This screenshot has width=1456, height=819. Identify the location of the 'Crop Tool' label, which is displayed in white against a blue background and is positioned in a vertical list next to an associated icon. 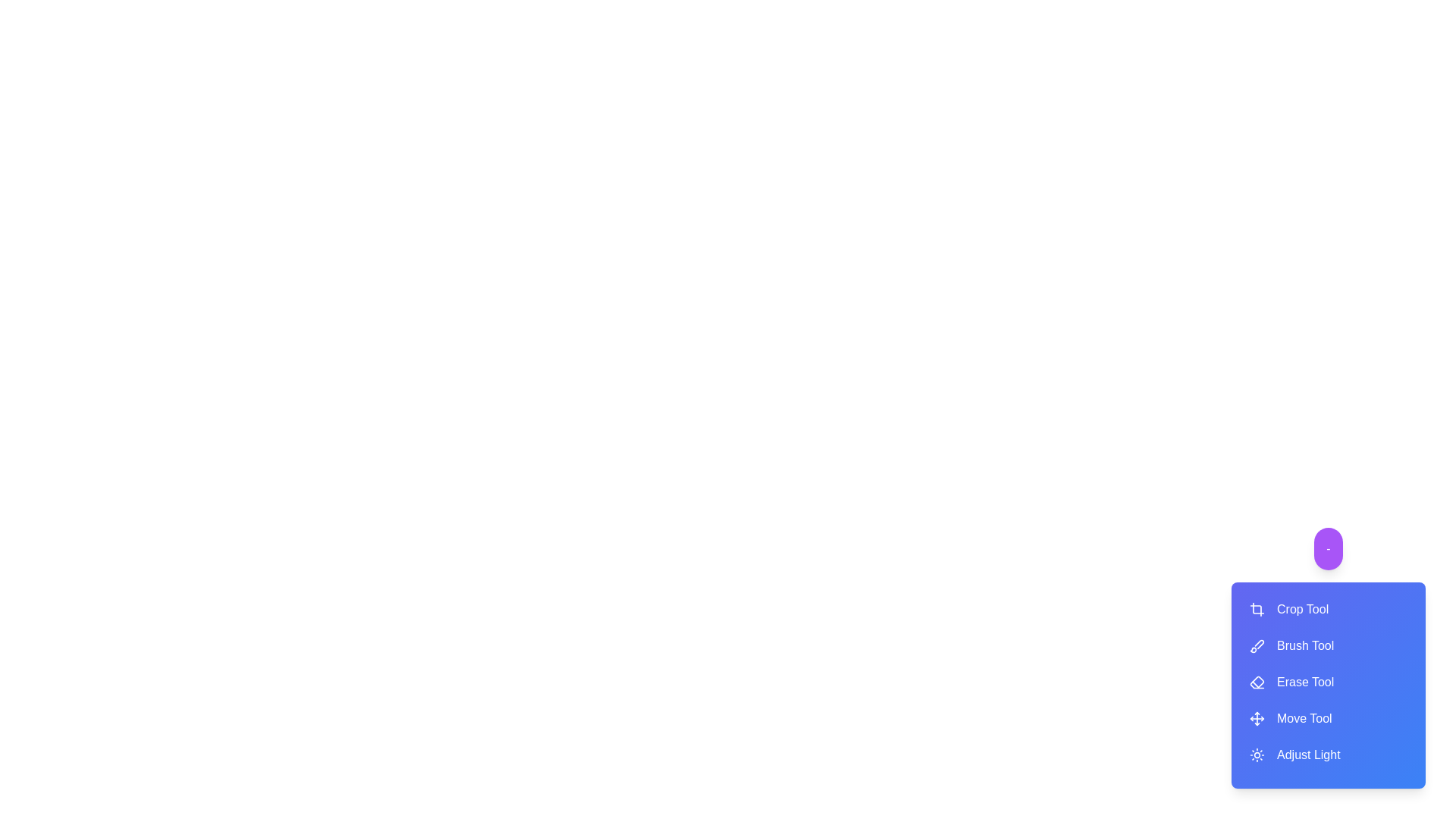
(1302, 608).